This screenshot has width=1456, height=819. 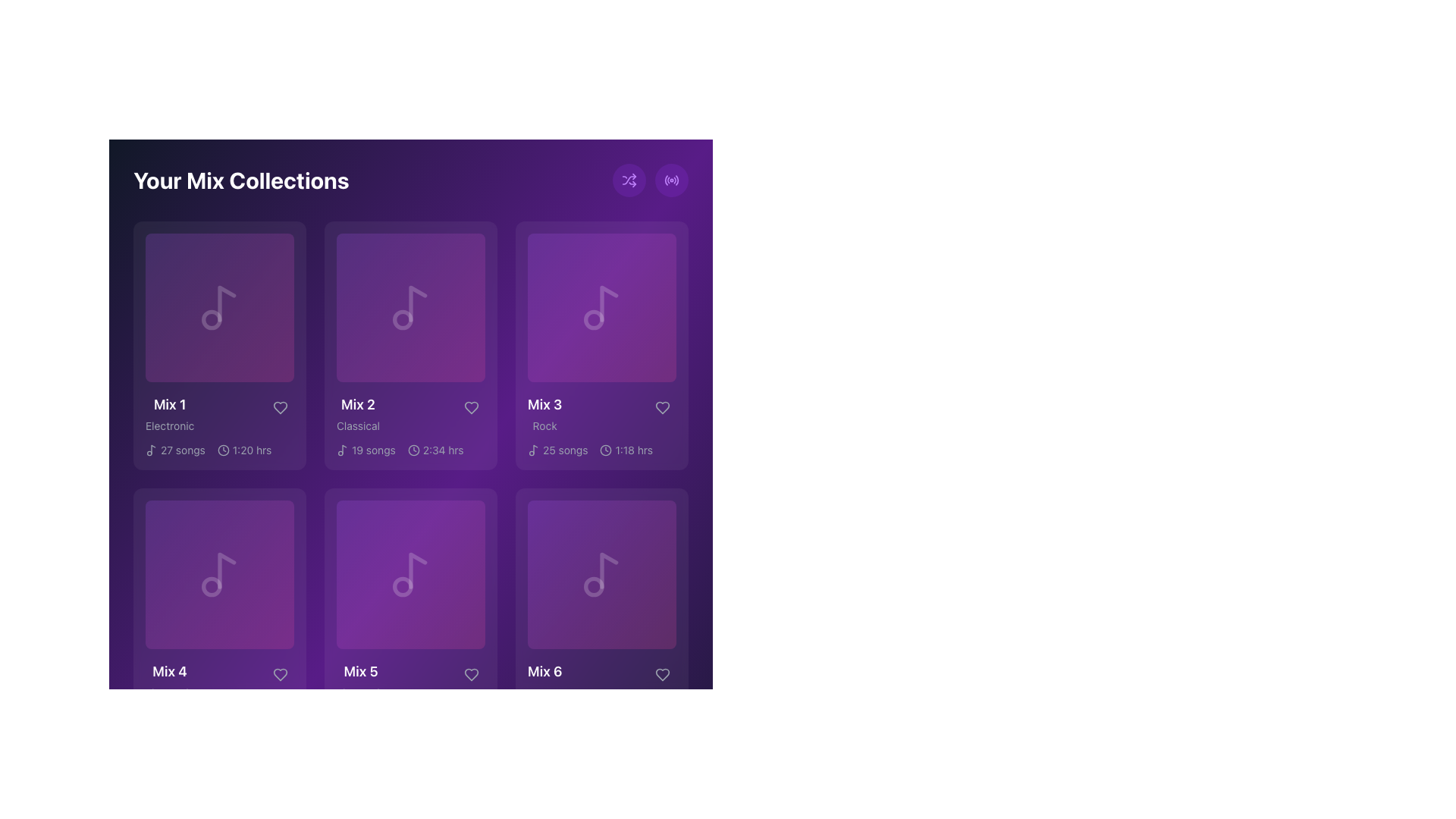 What do you see at coordinates (218, 450) in the screenshot?
I see `textual information displayed in the Descriptive metadata display located at the bottom section of the 'Mix 1' card, directly below the 'Electronic' text` at bounding box center [218, 450].